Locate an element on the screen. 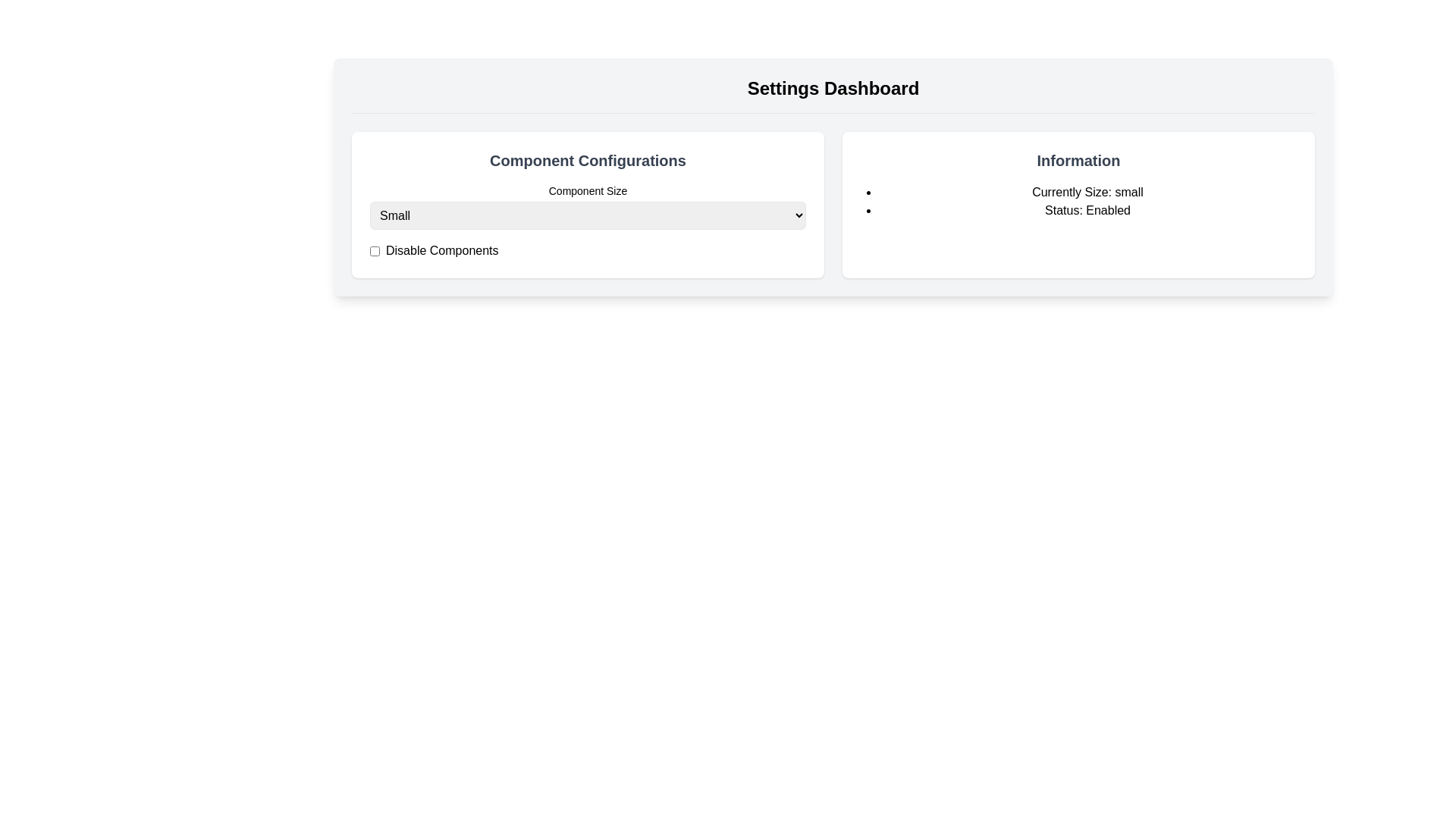  the Dropdown menu located in the left card under the 'Component Configurations' section is located at coordinates (587, 215).